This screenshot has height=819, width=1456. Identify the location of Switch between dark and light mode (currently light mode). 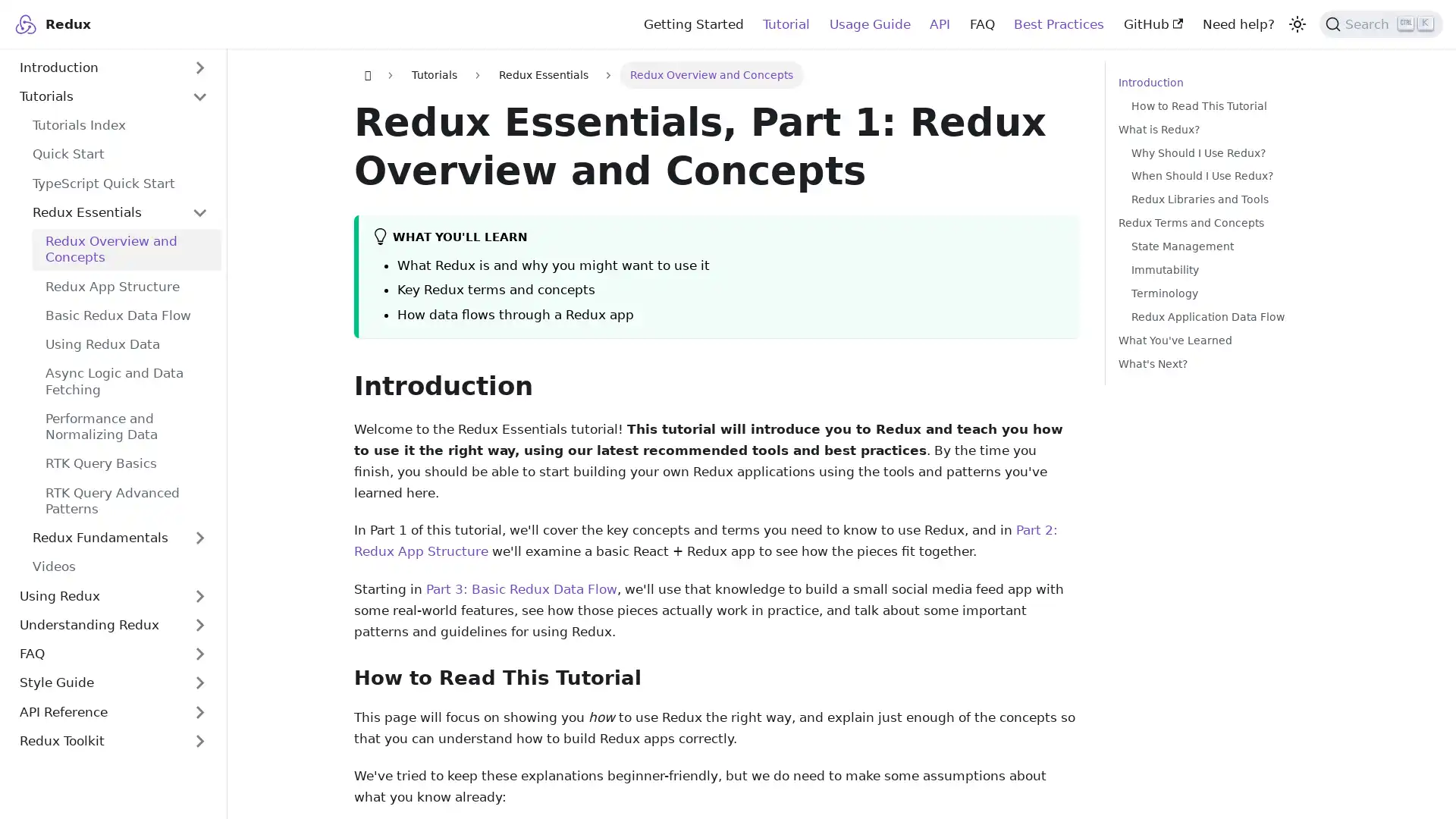
(1295, 23).